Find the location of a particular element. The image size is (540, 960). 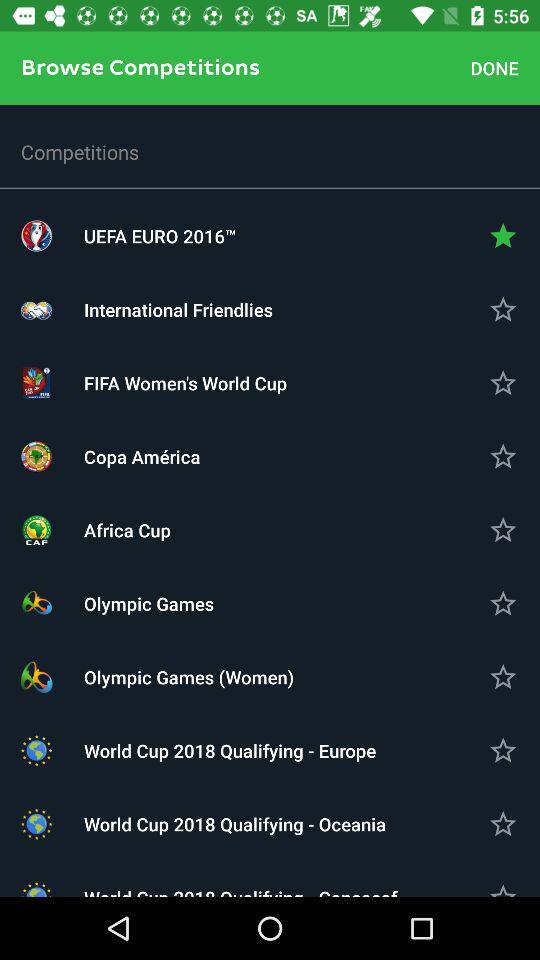

the fifa women s icon is located at coordinates (270, 382).